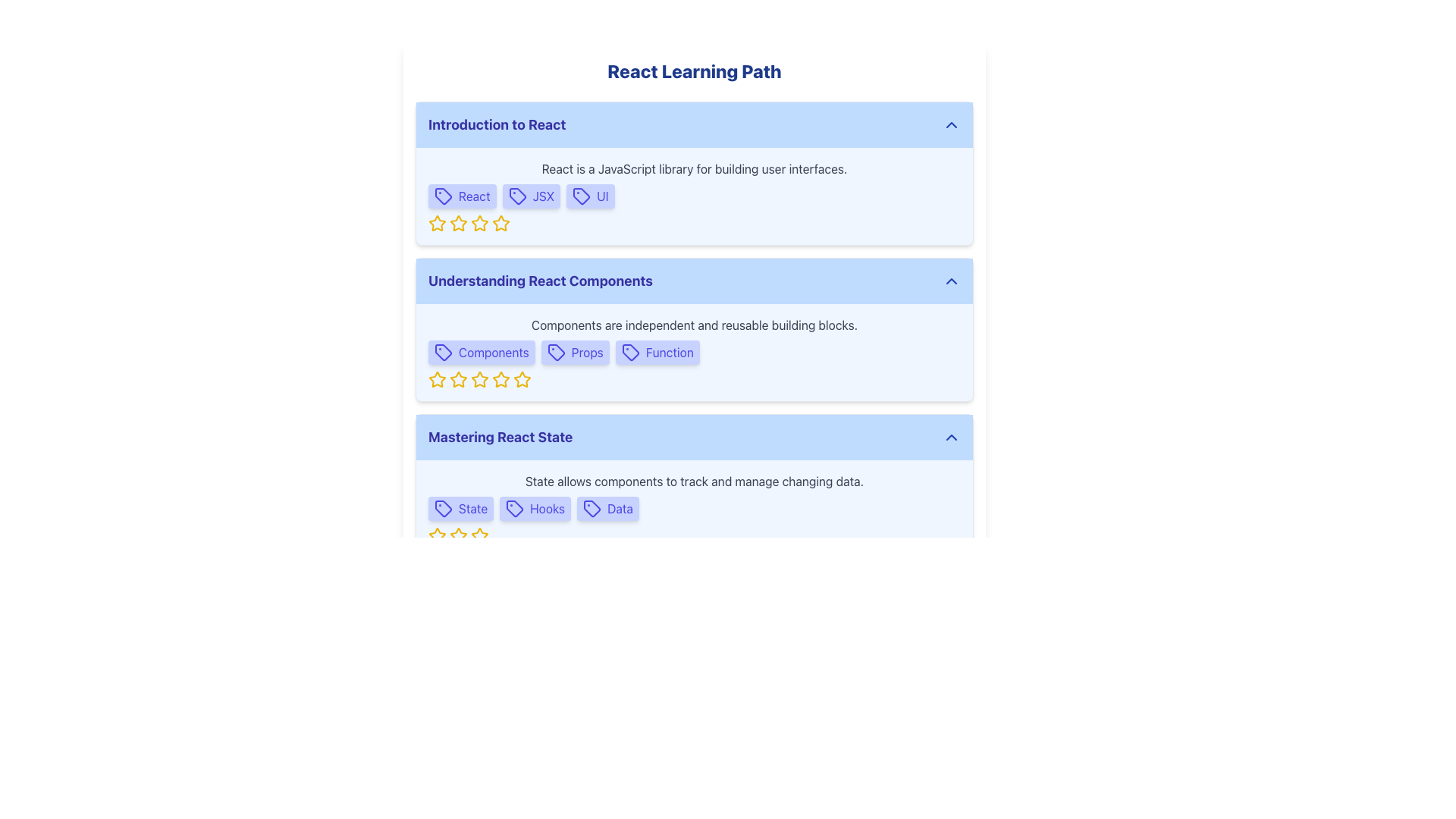 The image size is (1456, 819). Describe the element at coordinates (436, 535) in the screenshot. I see `the first star icon in the rating system located in the 'Mastering React State' section to rate it` at that location.